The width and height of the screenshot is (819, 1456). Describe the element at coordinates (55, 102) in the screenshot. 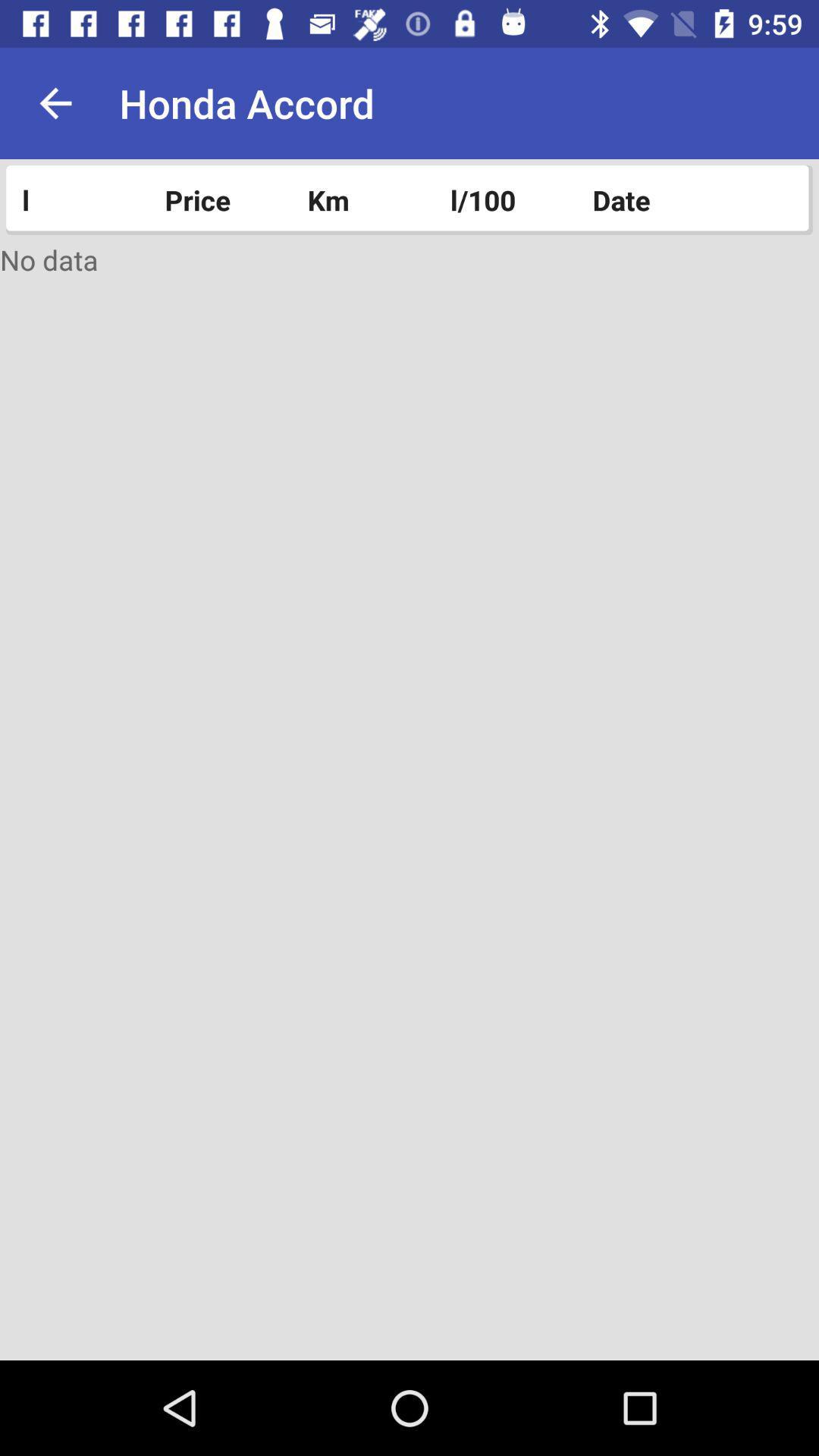

I see `the item above the l icon` at that location.